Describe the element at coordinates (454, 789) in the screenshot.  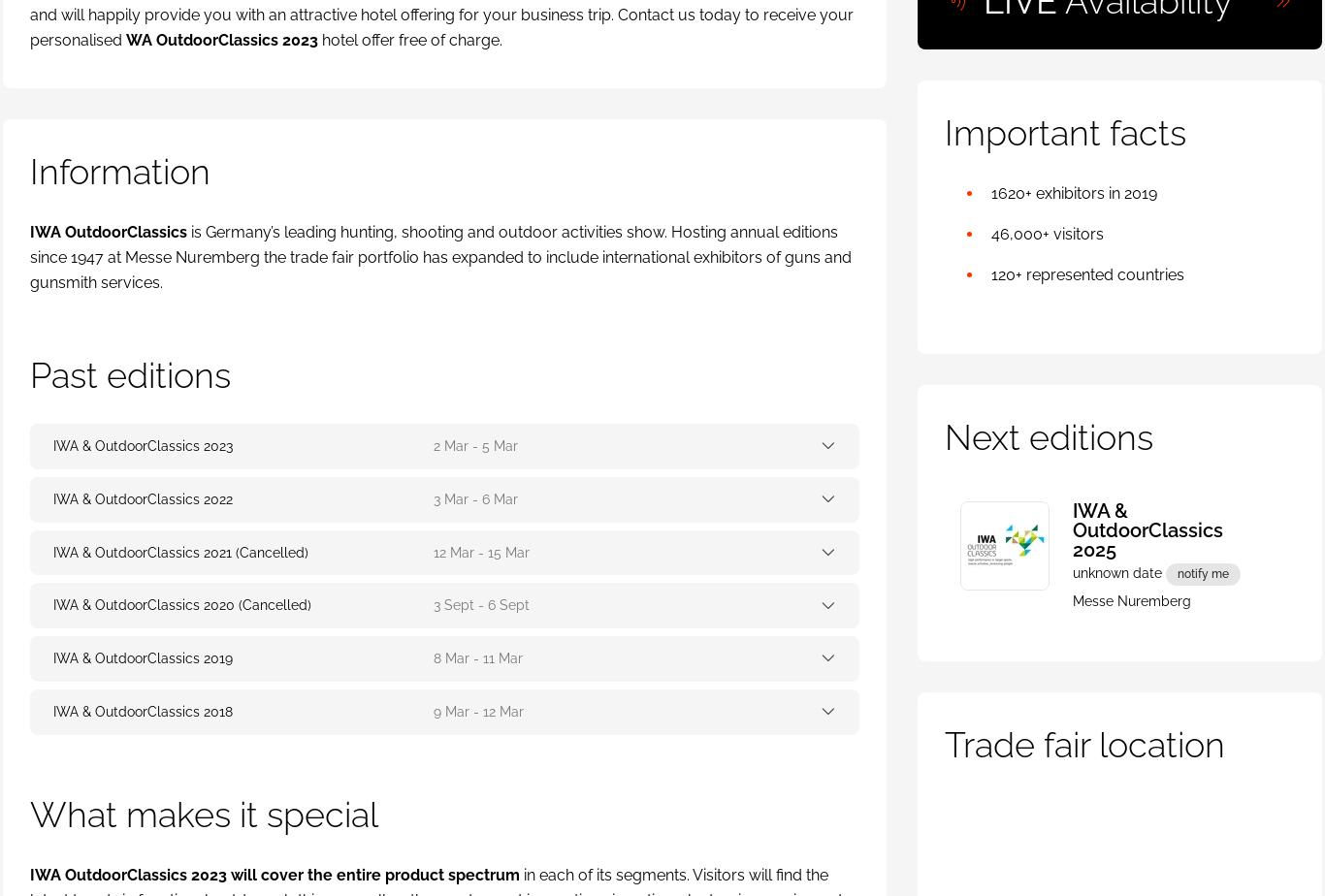
I see `'is a registered trademark of Expo Travel Group'` at that location.